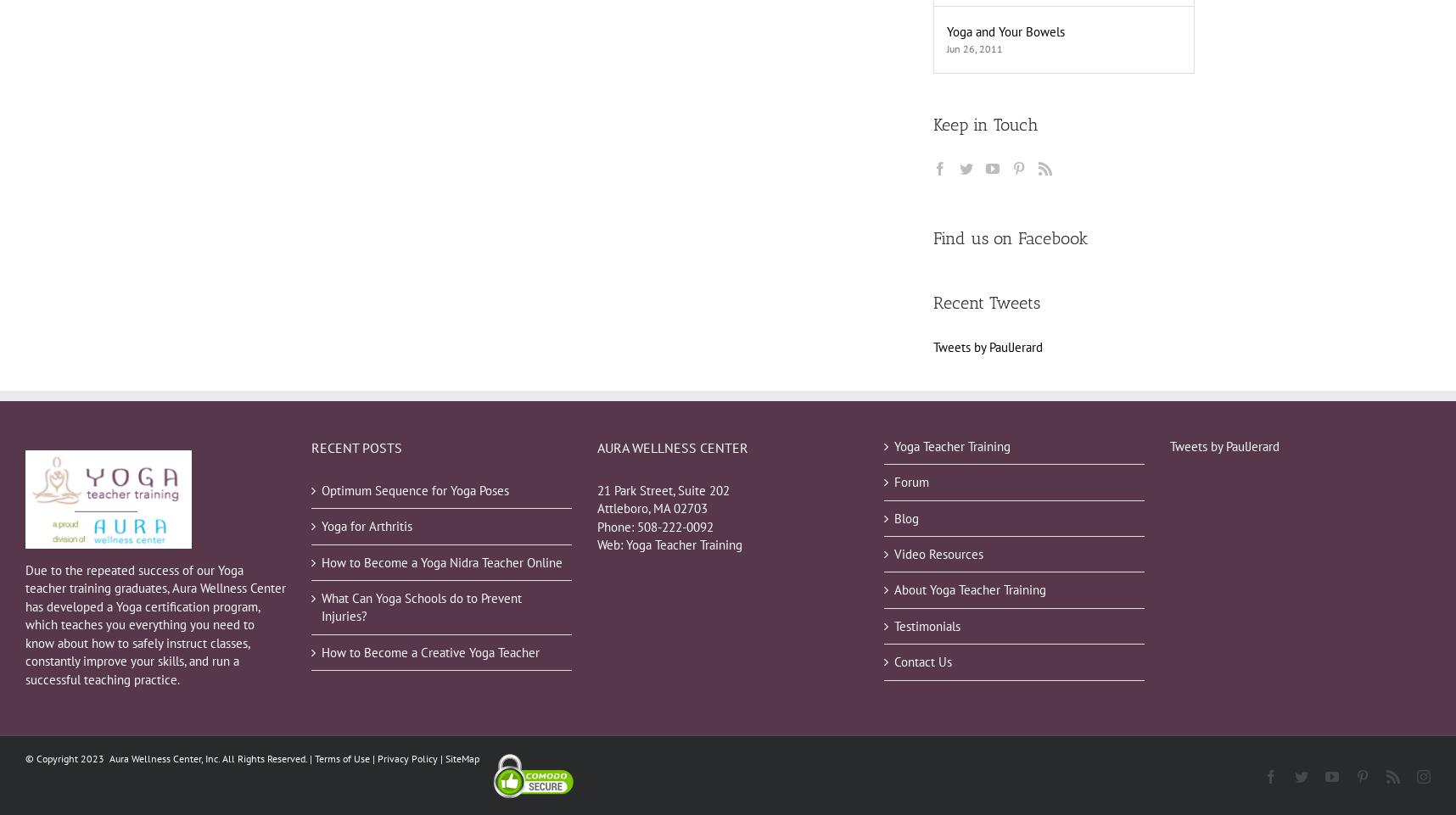 Image resolution: width=1456 pixels, height=815 pixels. Describe the element at coordinates (985, 122) in the screenshot. I see `'Keep in Touch'` at that location.